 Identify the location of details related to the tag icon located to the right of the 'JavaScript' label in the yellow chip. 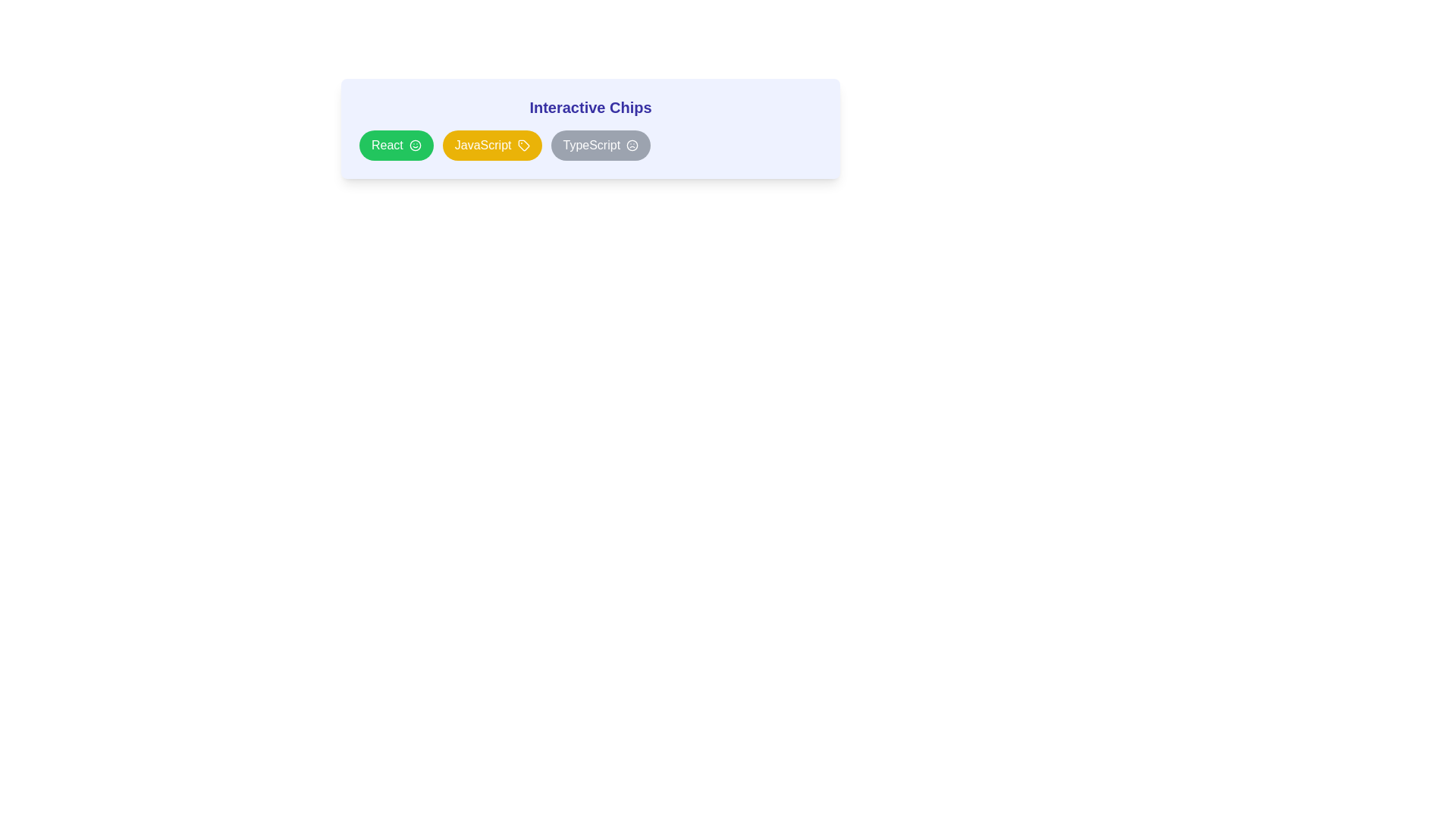
(523, 146).